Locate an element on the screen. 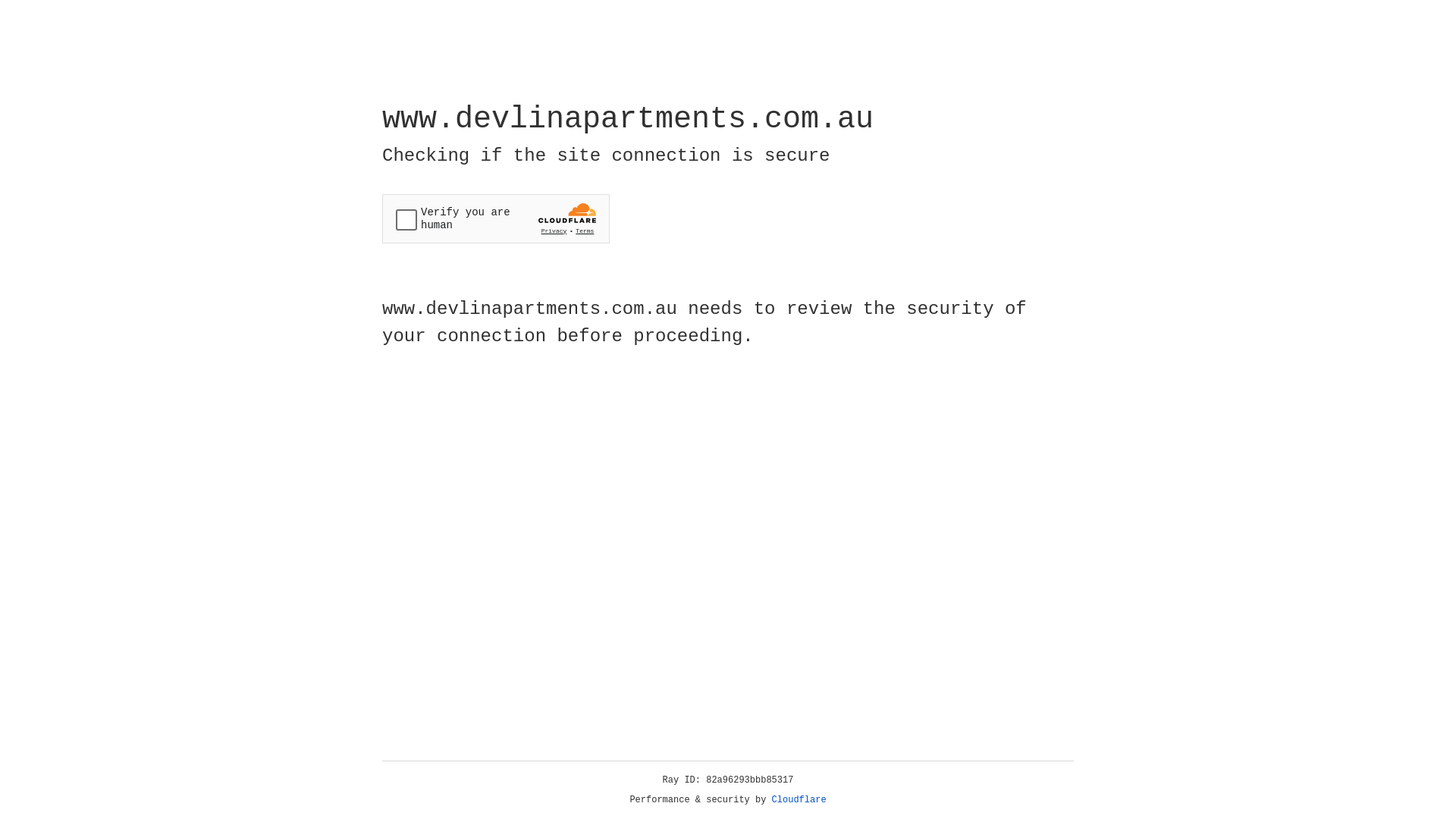 The width and height of the screenshot is (1456, 819). 'Widget containing a Cloudflare security challenge' is located at coordinates (495, 218).